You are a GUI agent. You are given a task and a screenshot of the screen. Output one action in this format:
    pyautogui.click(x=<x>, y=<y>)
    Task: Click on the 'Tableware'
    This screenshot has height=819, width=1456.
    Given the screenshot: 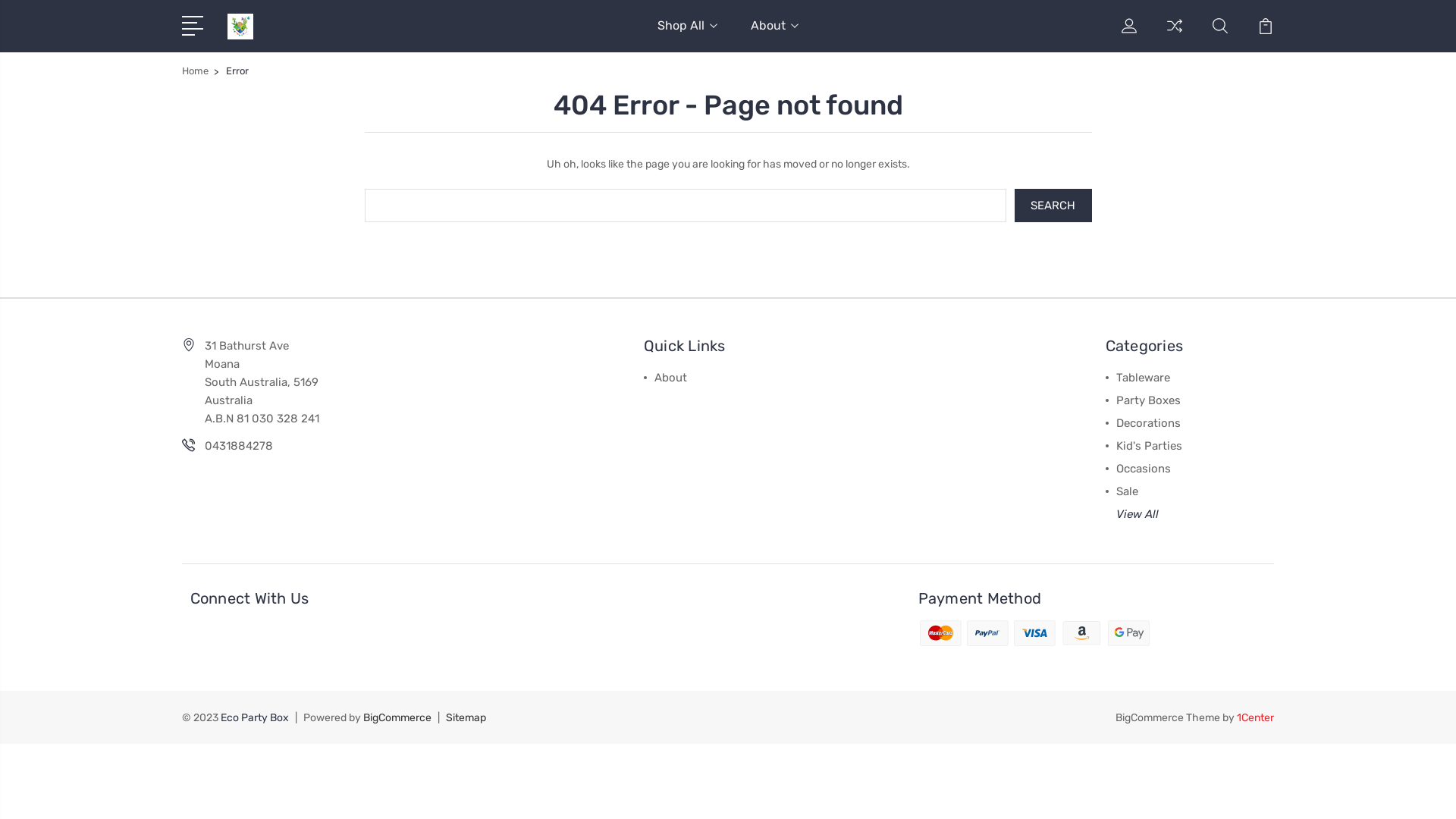 What is the action you would take?
    pyautogui.click(x=1143, y=376)
    